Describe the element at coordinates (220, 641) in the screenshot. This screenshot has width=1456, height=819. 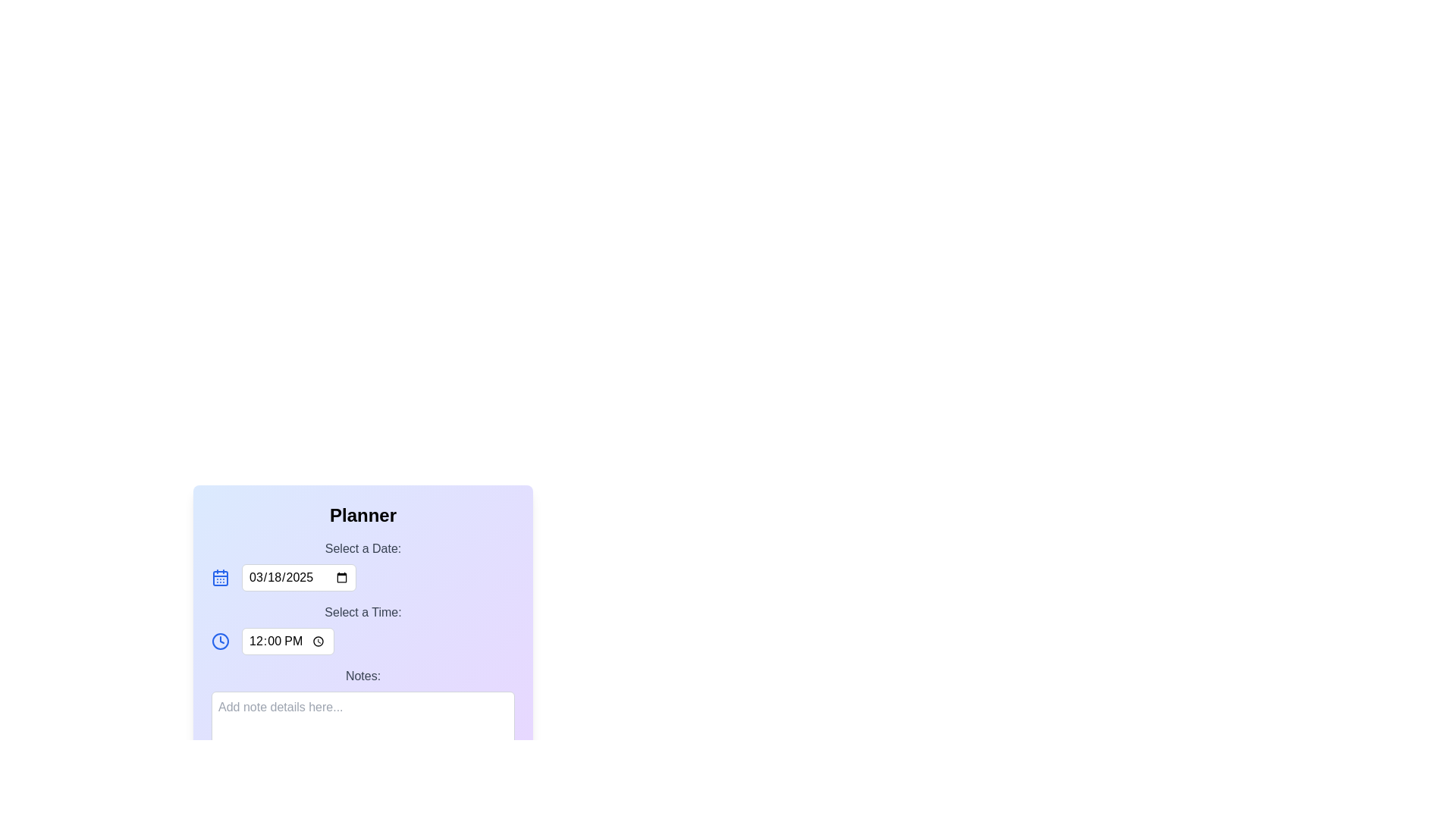
I see `the blue clock icon with a circular outline, positioned to the left of the time input field labeled '12:00 PM' in the 'Select a Time' section of the planner interface` at that location.